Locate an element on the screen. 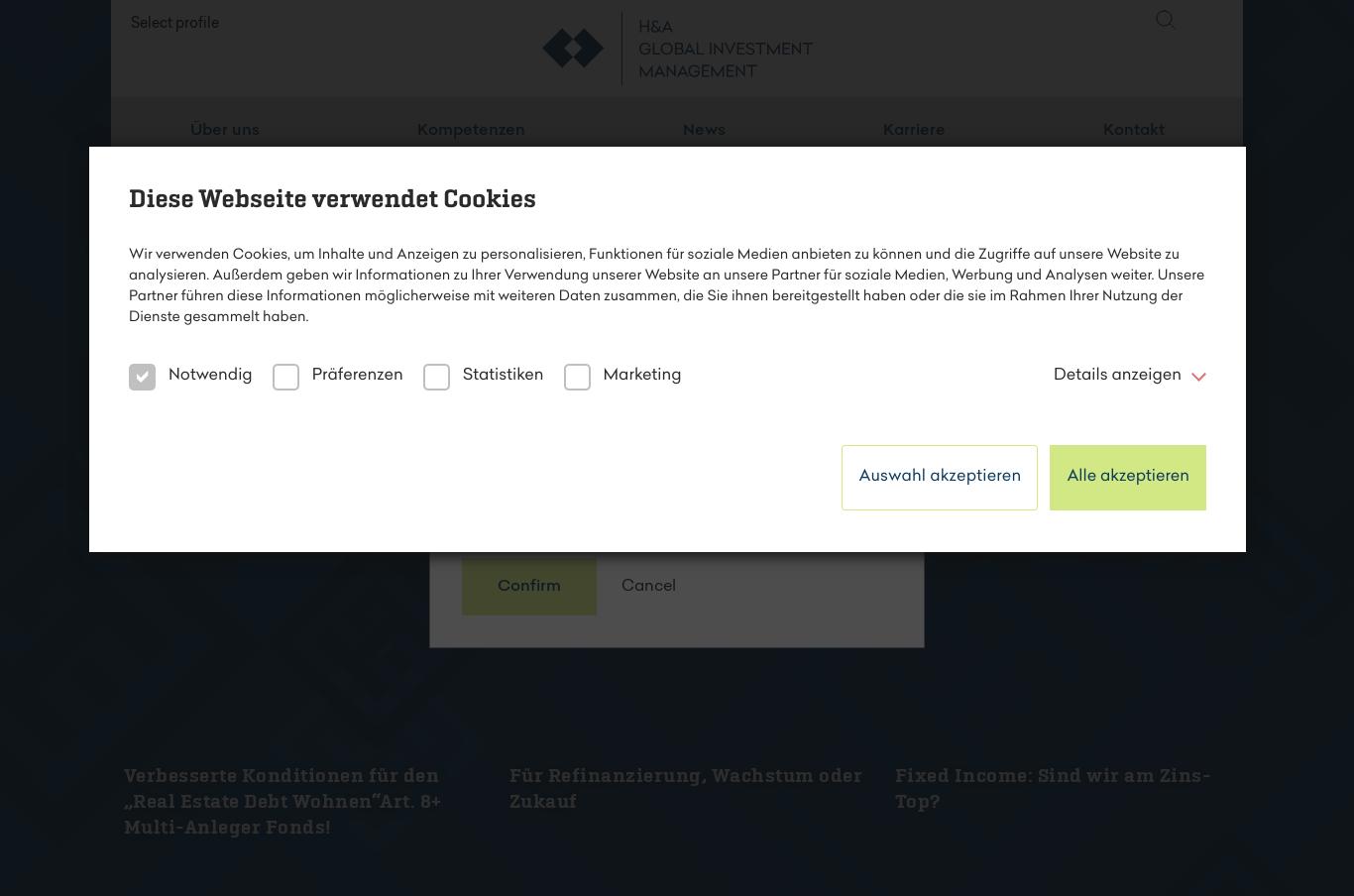 This screenshot has height=896, width=1354. 'de' is located at coordinates (1203, 69).